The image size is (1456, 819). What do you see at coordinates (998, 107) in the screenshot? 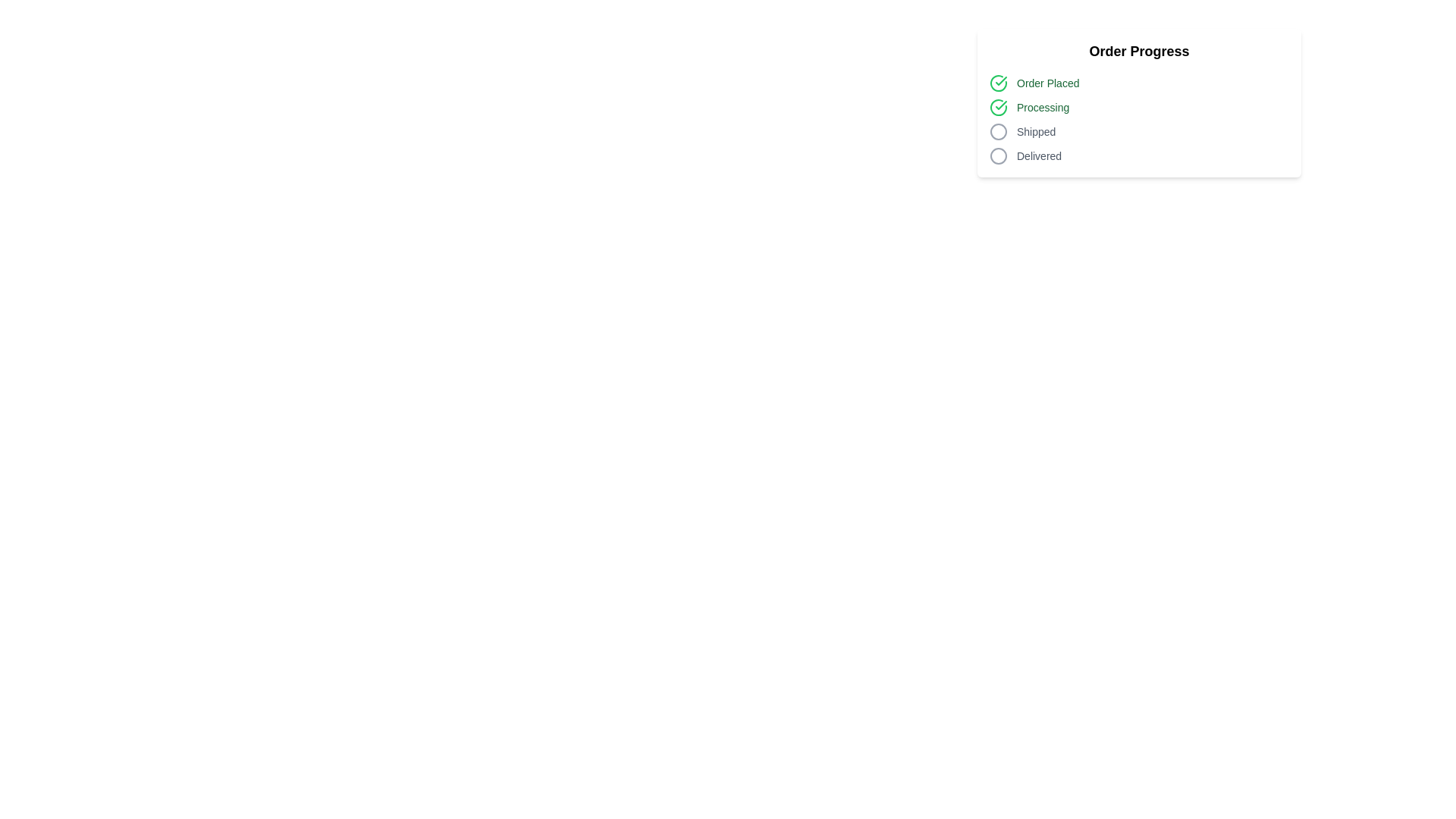
I see `the green check mark icon within a circular outline that indicates a completed state, located to the upper-left of the 'Processing' entry in the 'Order Progress' tracker` at bounding box center [998, 107].